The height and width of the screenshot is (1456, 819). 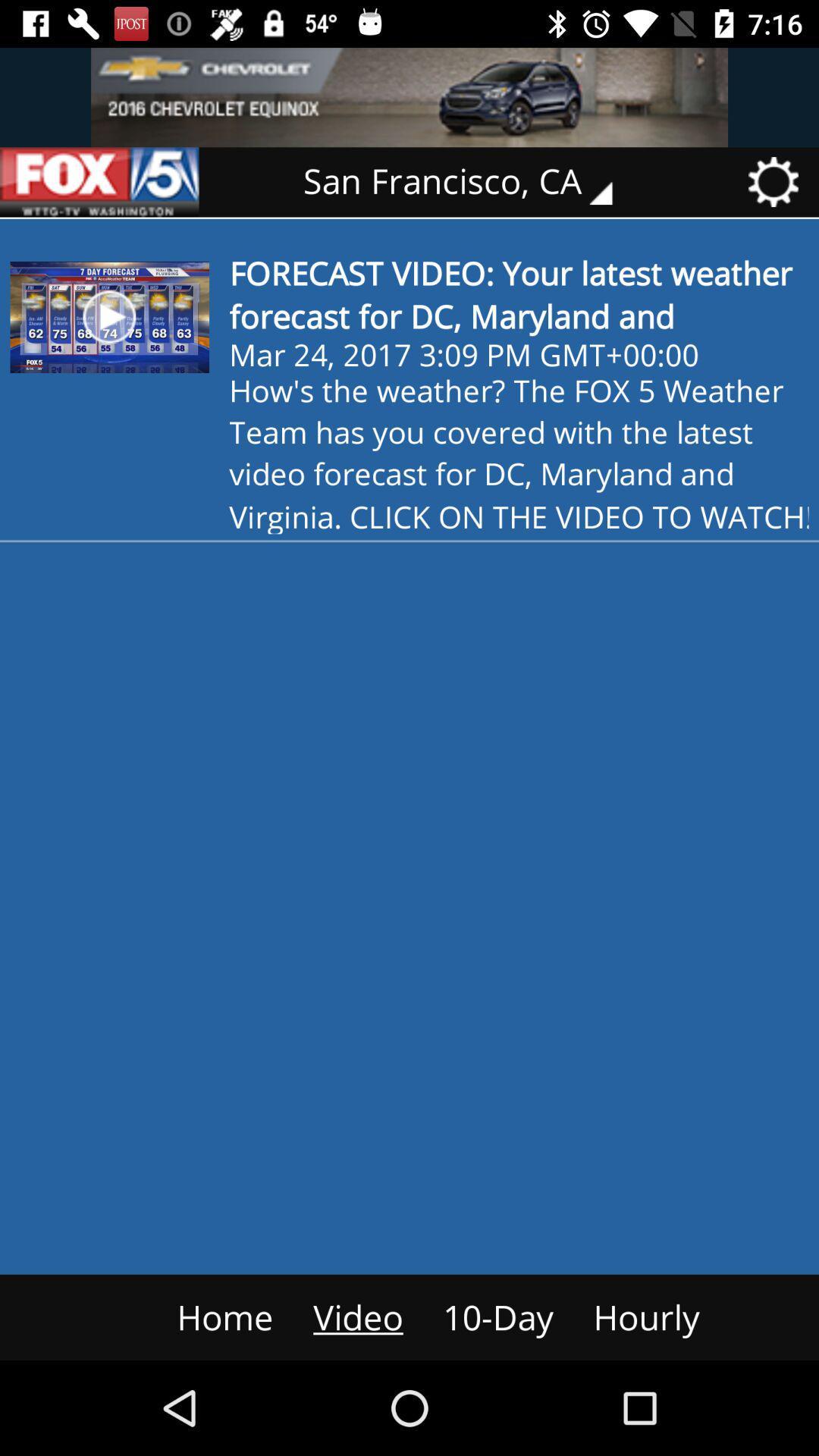 I want to click on advertisement, so click(x=99, y=182).